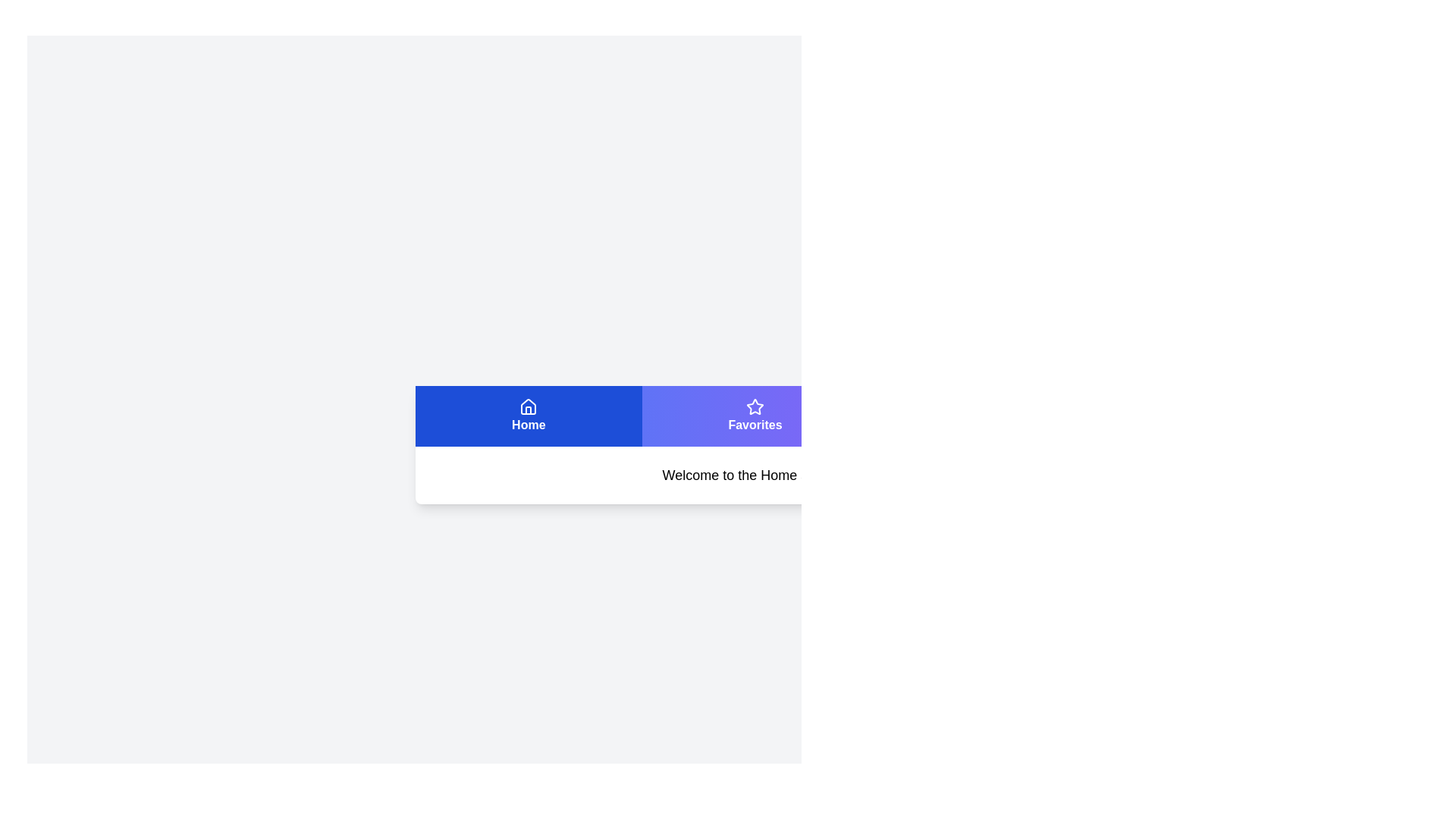  Describe the element at coordinates (755, 416) in the screenshot. I see `the 'Favorites' section of the navigation bar` at that location.